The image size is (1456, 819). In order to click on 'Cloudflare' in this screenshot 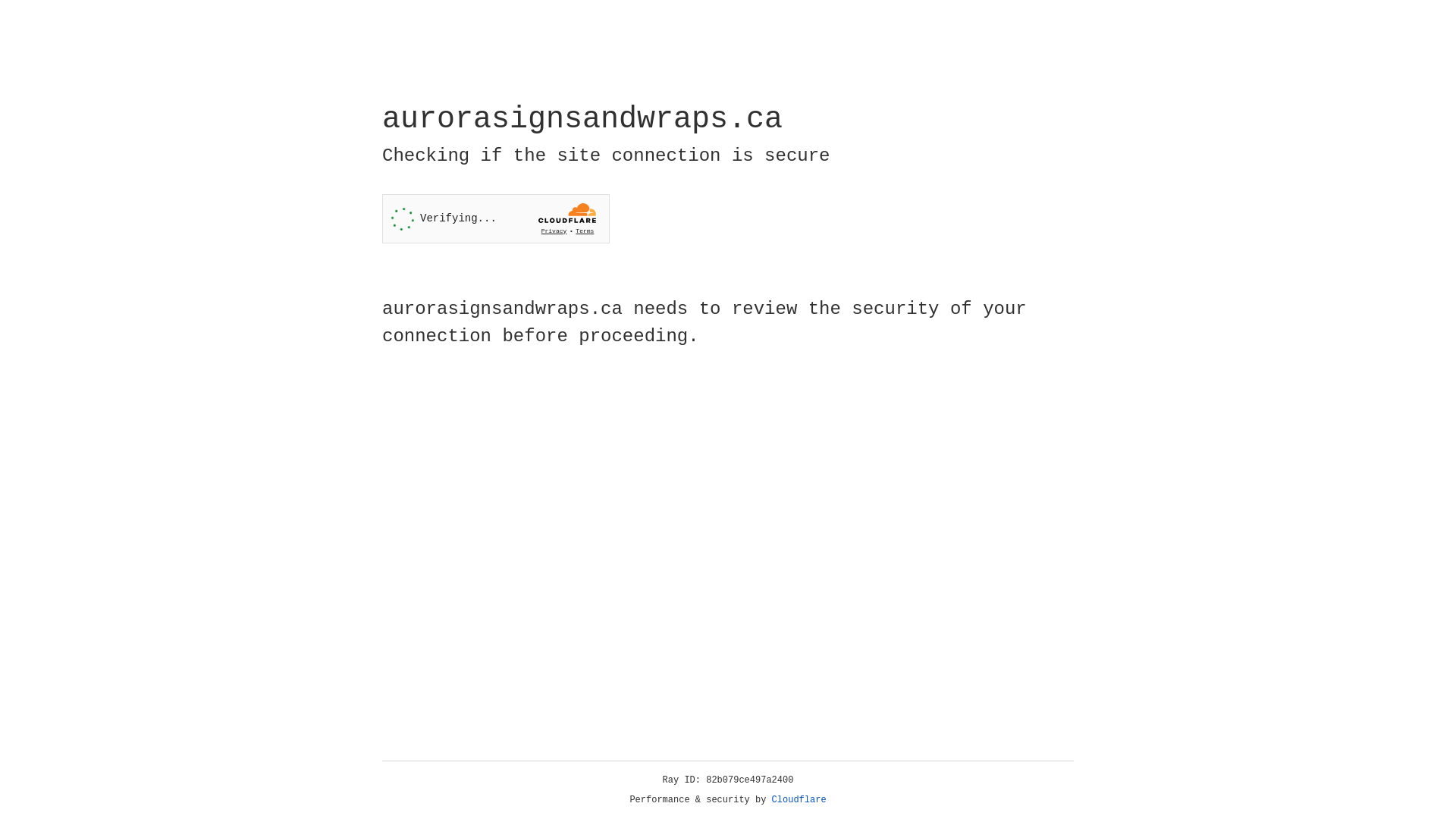, I will do `click(799, 799)`.